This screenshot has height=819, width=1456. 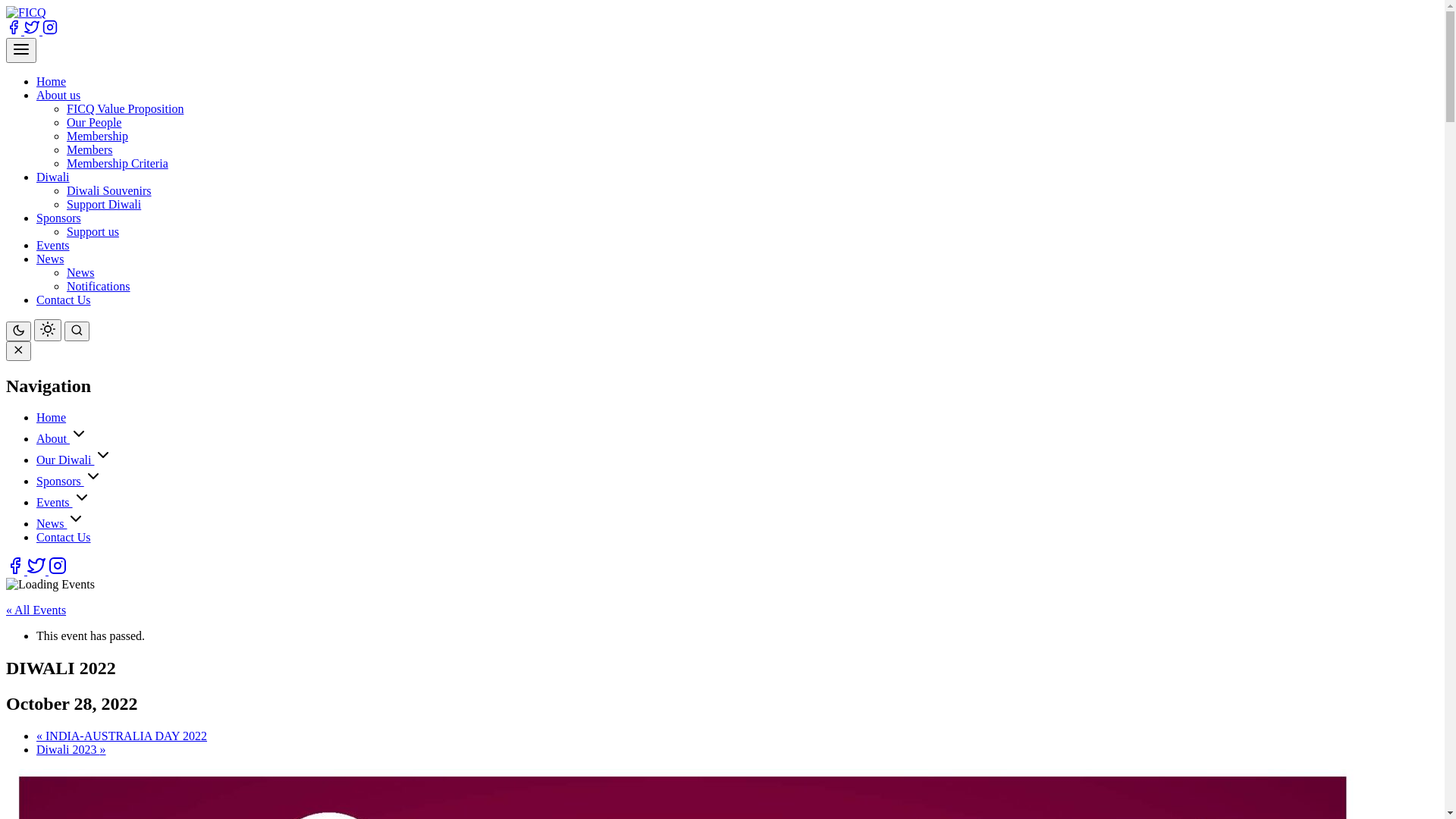 I want to click on 'Members', so click(x=89, y=149).